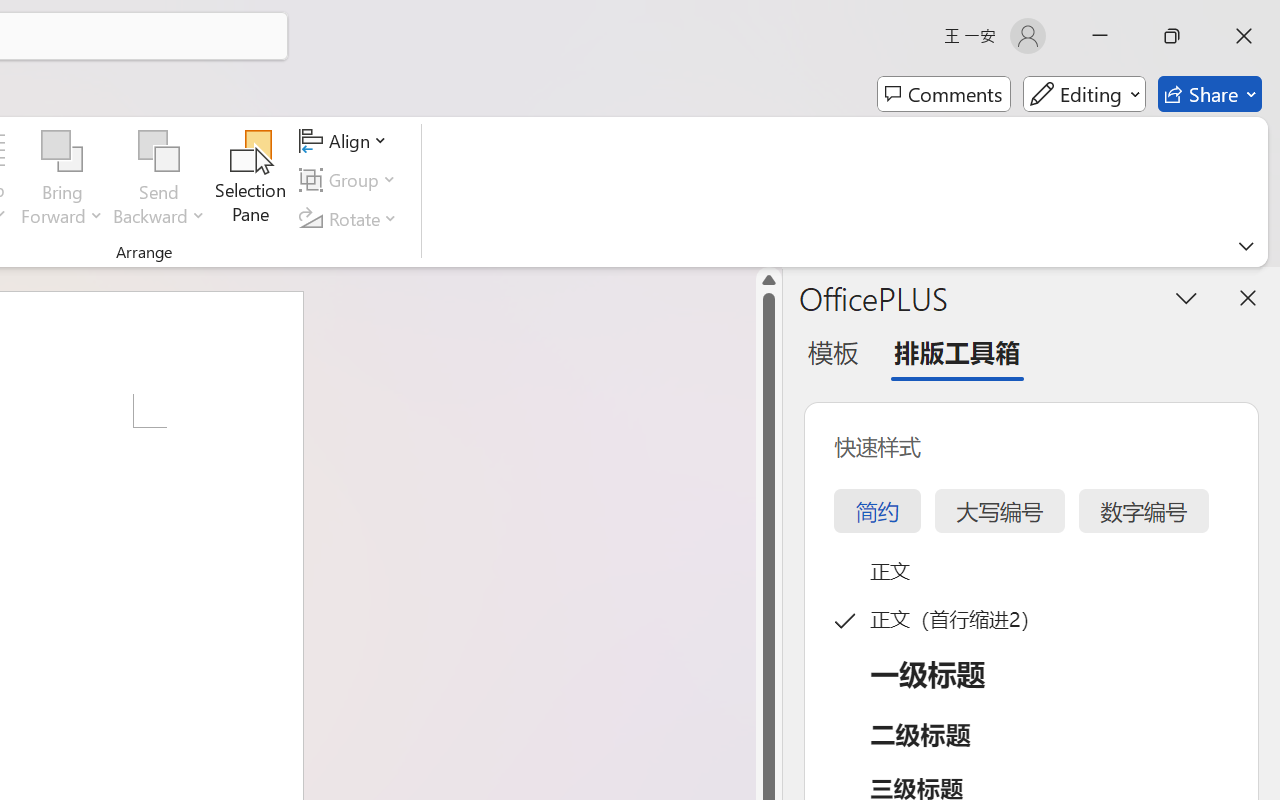 This screenshot has height=800, width=1280. What do you see at coordinates (351, 179) in the screenshot?
I see `'Group'` at bounding box center [351, 179].